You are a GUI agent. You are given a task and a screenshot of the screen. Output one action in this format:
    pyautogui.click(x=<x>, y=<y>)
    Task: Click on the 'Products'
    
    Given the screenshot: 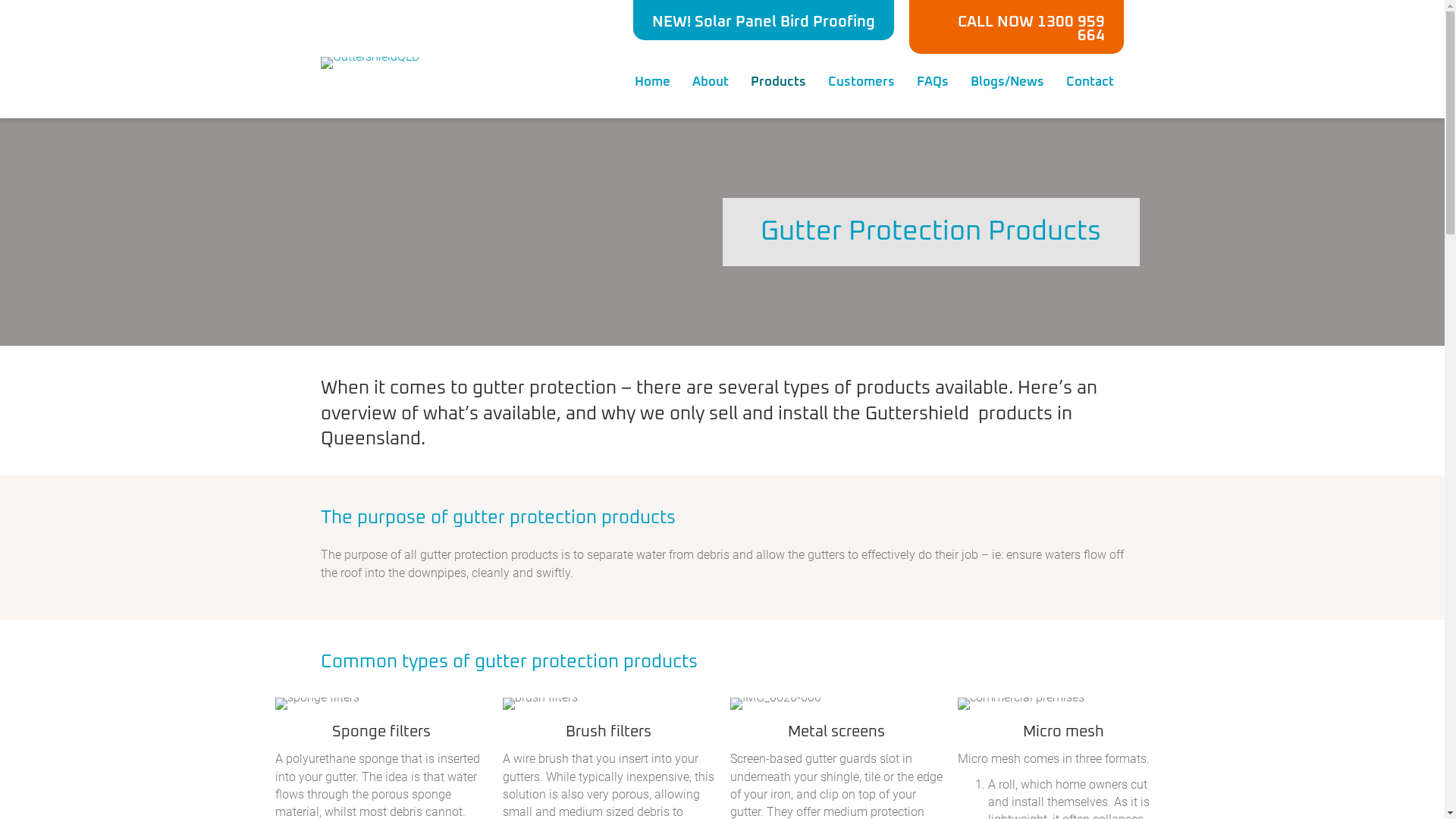 What is the action you would take?
    pyautogui.click(x=778, y=82)
    